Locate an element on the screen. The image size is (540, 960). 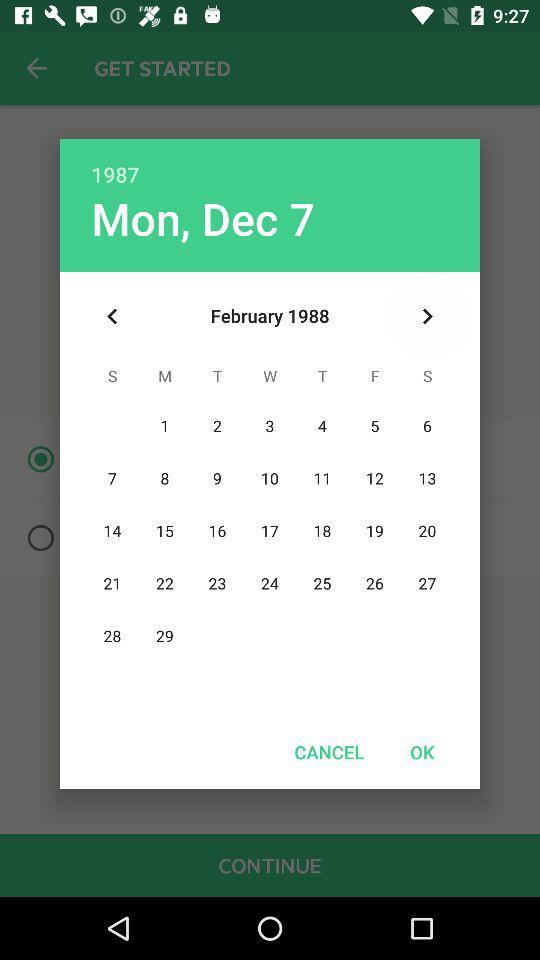
icon below 1987 item is located at coordinates (202, 218).